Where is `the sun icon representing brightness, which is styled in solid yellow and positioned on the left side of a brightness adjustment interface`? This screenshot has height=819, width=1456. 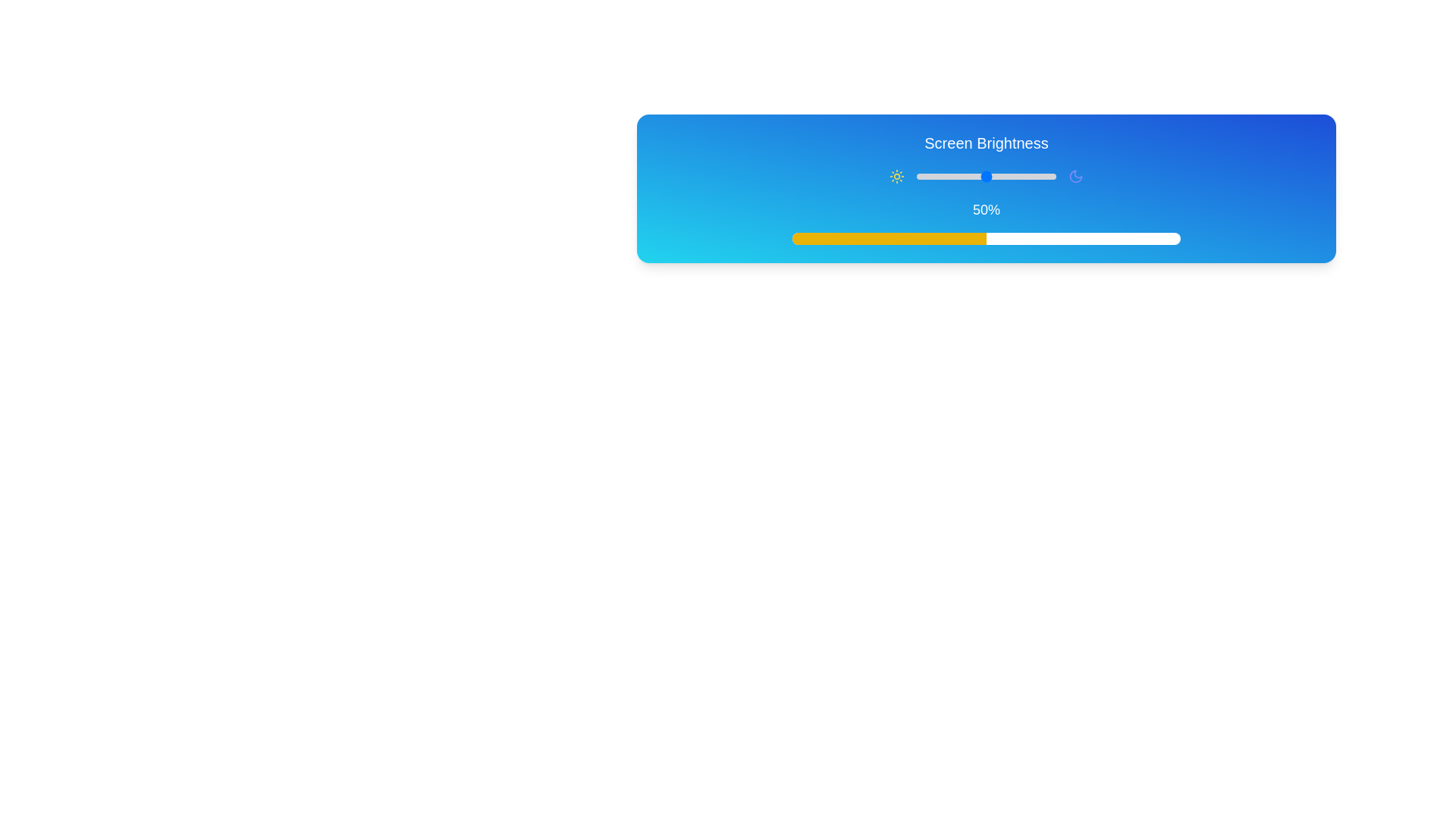
the sun icon representing brightness, which is styled in solid yellow and positioned on the left side of a brightness adjustment interface is located at coordinates (897, 175).